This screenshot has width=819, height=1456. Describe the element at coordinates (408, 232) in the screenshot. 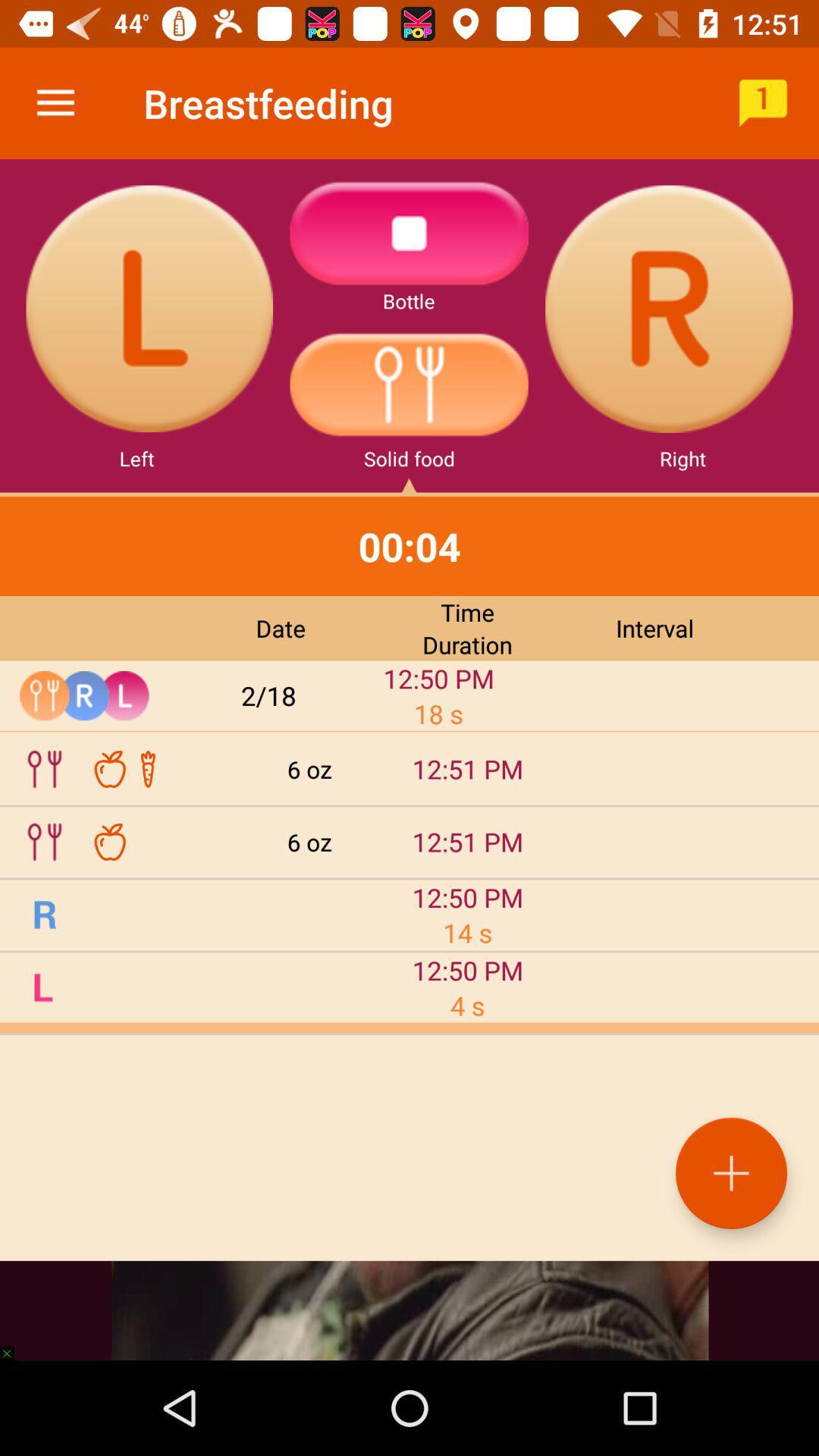

I see `the warning icon` at that location.